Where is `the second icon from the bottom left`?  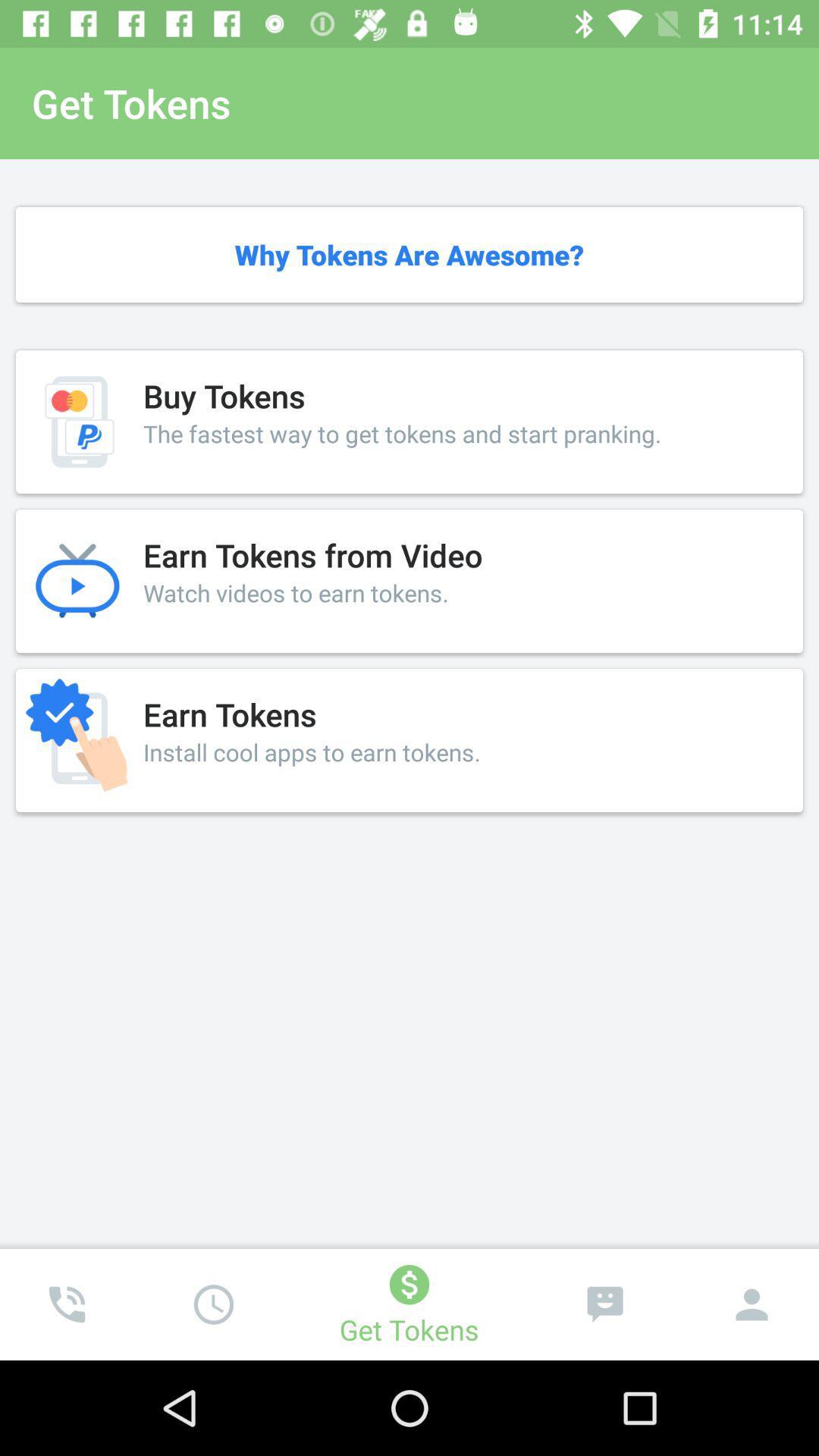
the second icon from the bottom left is located at coordinates (213, 1304).